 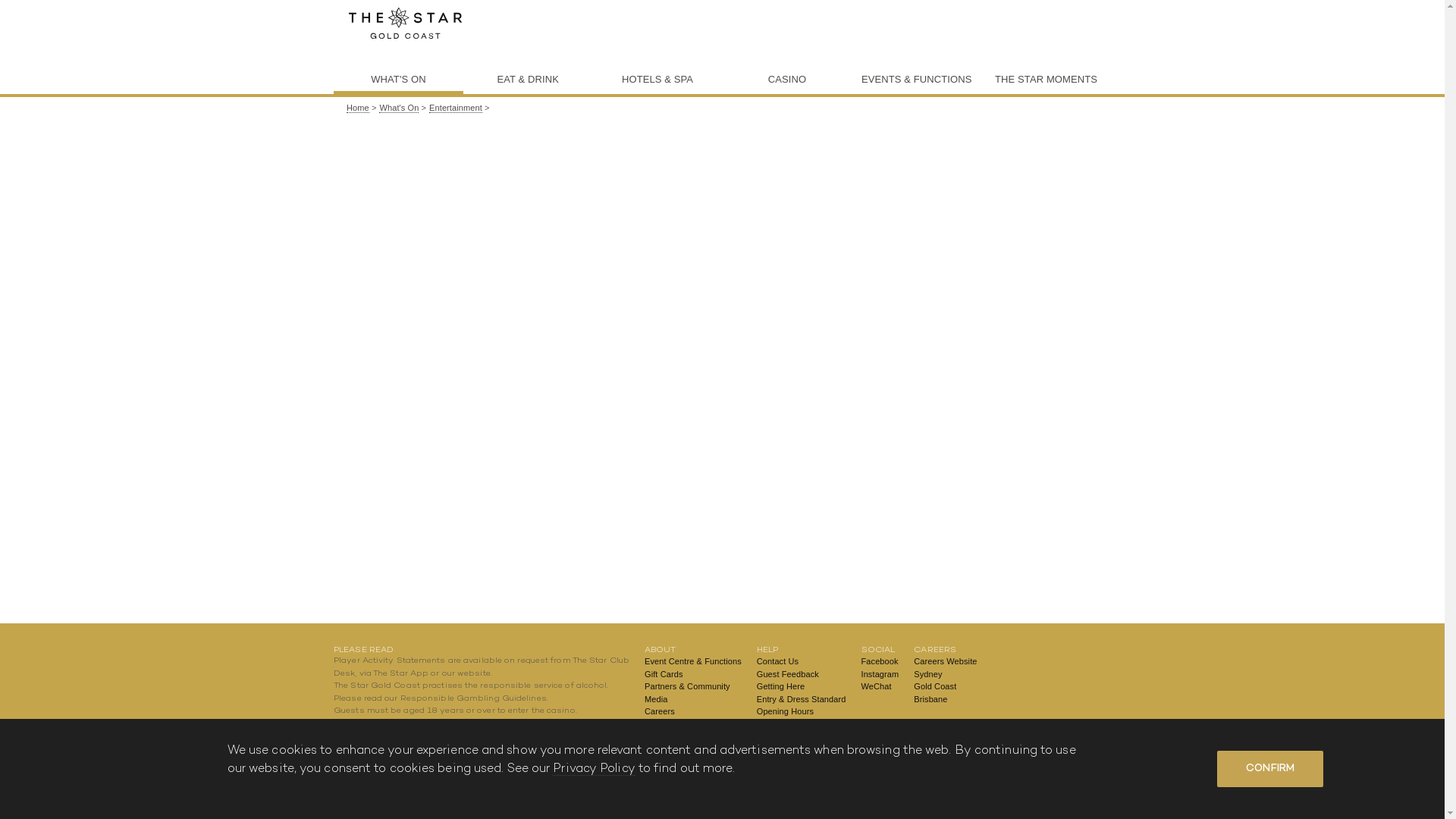 I want to click on 'Gift Cards', so click(x=692, y=673).